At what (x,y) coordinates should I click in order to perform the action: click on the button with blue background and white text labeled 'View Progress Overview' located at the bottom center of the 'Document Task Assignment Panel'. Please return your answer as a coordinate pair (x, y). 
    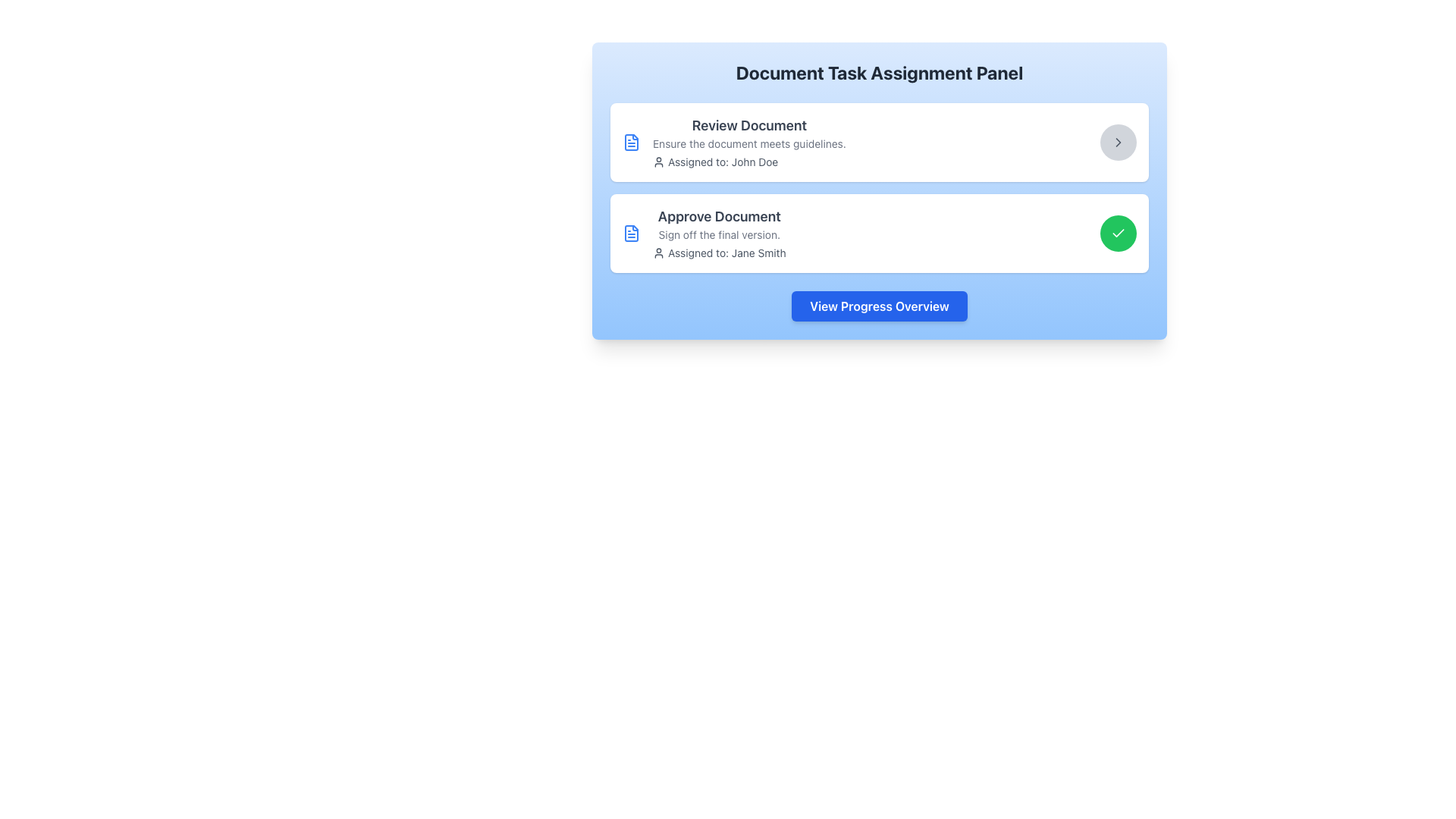
    Looking at the image, I should click on (880, 306).